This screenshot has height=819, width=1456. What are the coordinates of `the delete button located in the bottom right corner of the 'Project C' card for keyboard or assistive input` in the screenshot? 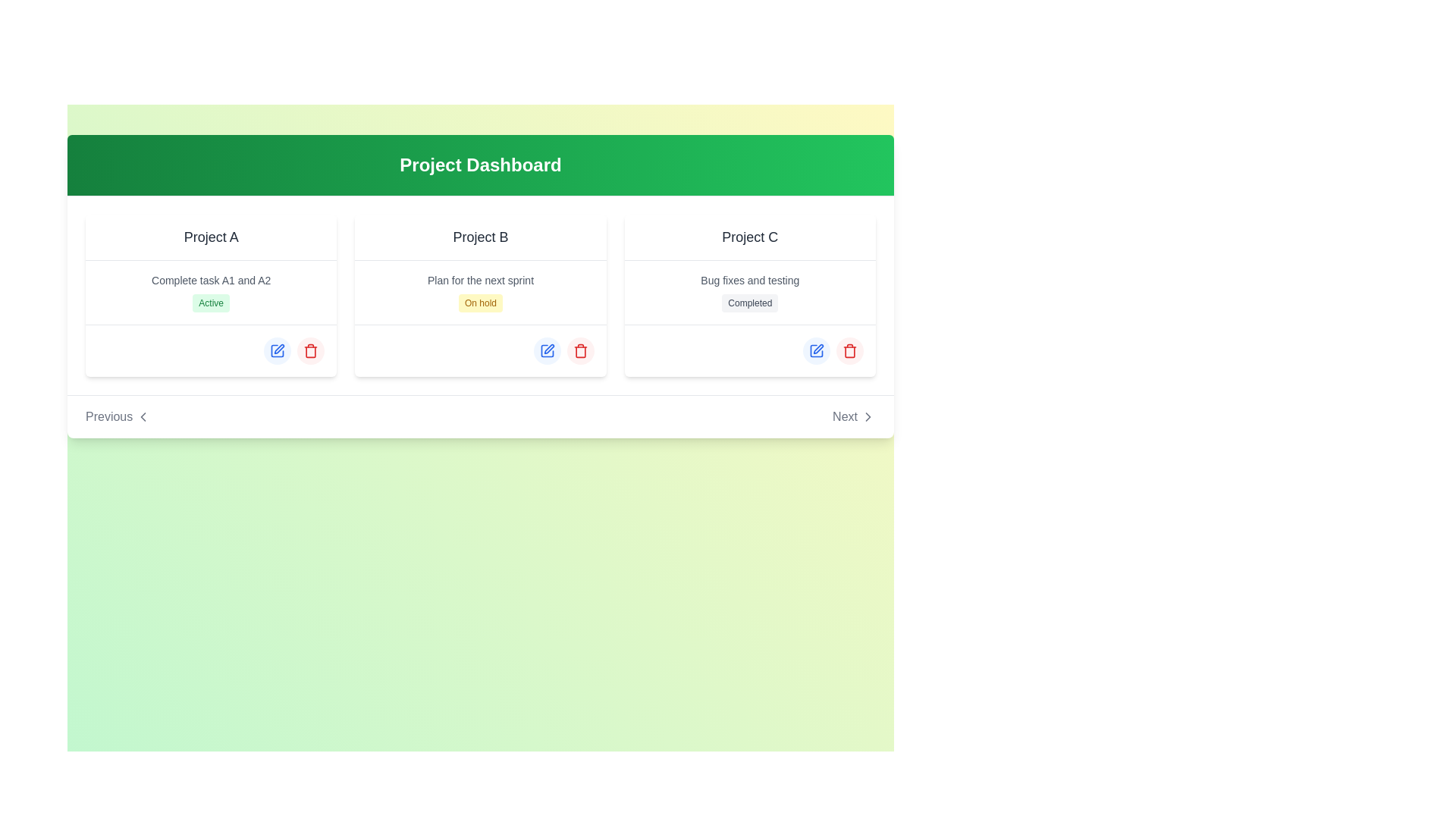 It's located at (850, 350).